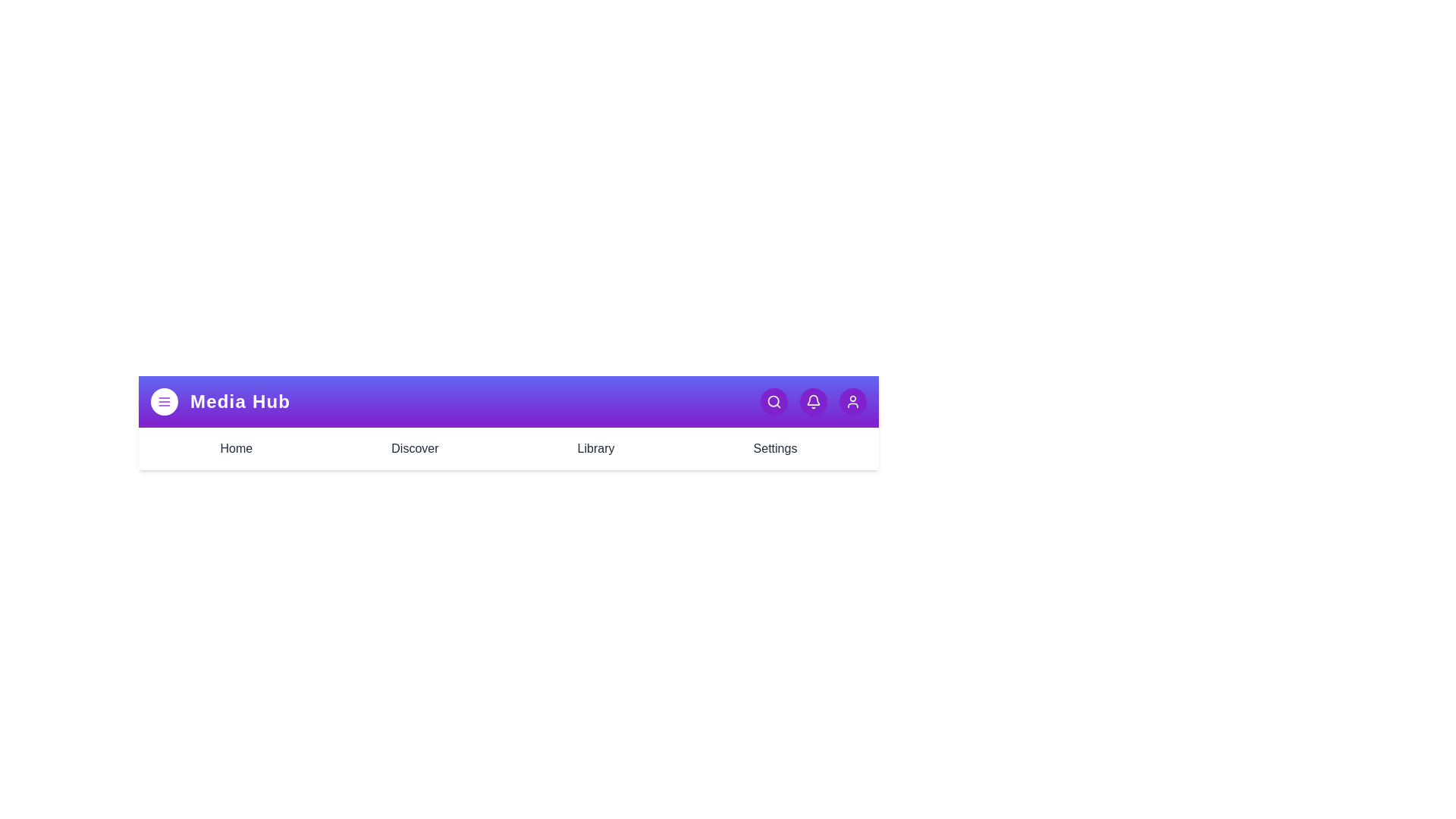  I want to click on the Library tab to navigate to the respective section, so click(595, 447).